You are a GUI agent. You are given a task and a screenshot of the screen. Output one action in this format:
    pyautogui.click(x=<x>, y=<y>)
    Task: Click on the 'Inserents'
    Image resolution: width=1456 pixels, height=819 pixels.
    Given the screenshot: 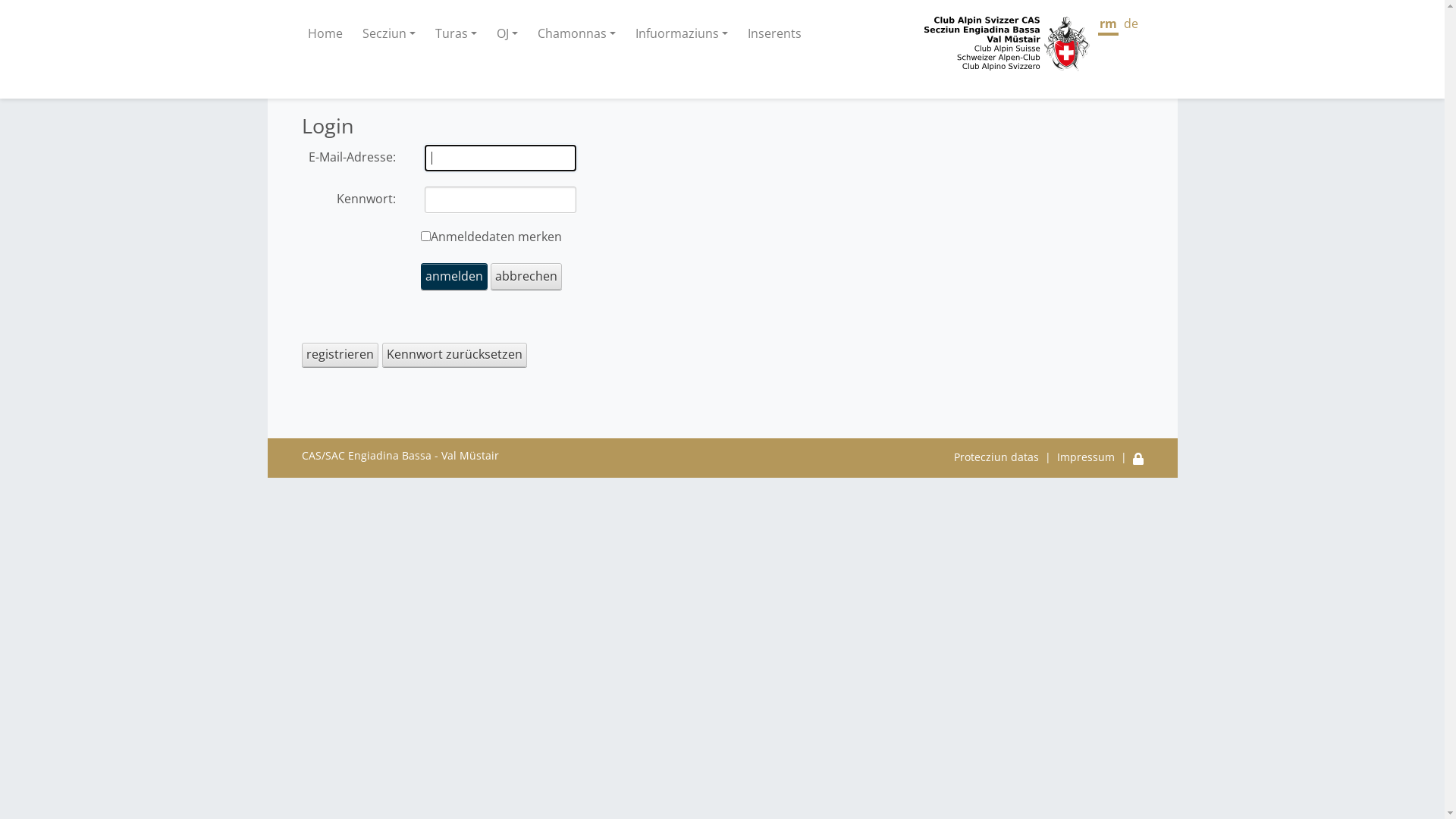 What is the action you would take?
    pyautogui.click(x=774, y=33)
    